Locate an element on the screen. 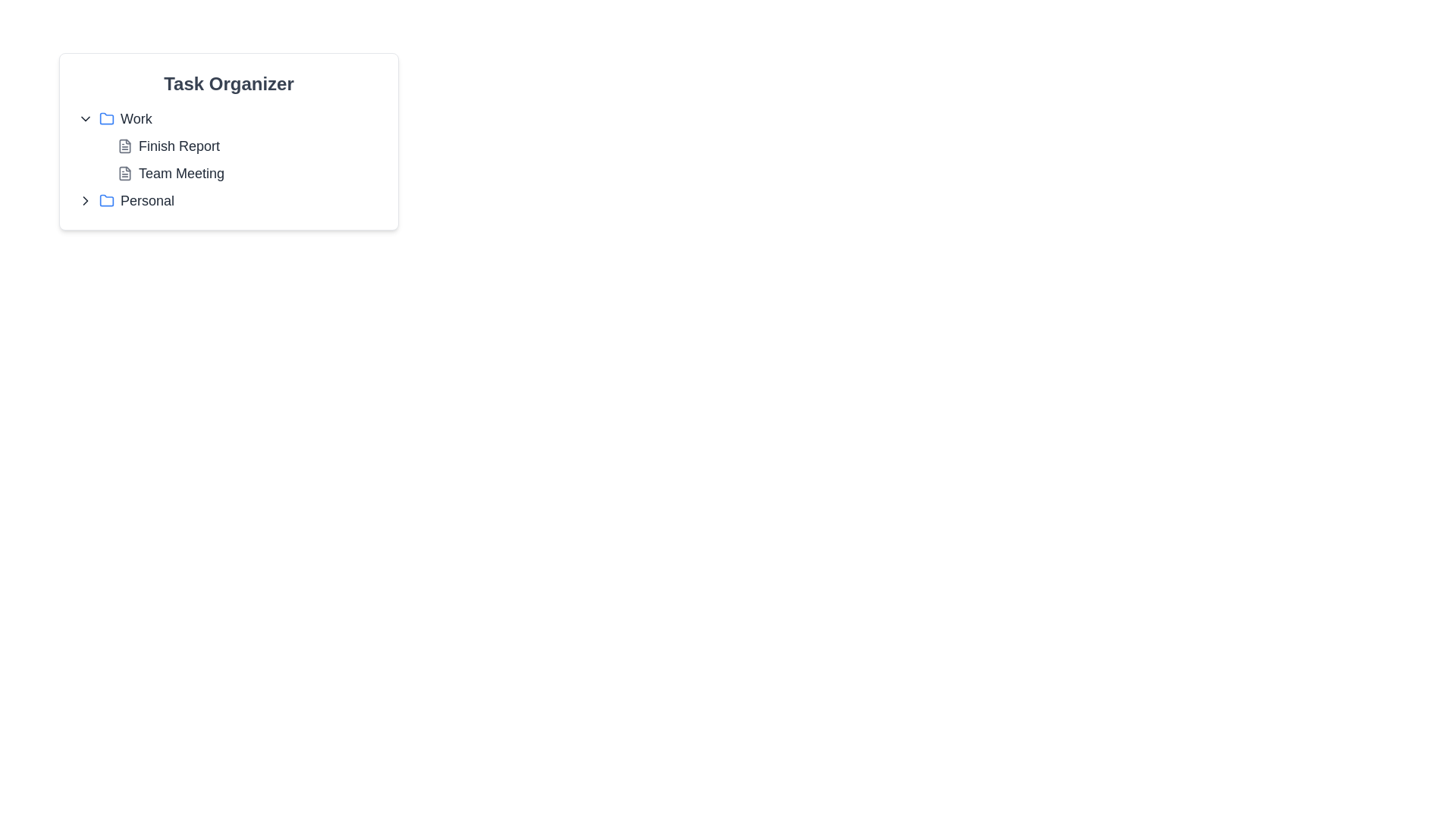 The image size is (1456, 819). the 'Work' label, which is styled in a larger font and positioned beside a folder icon is located at coordinates (136, 118).